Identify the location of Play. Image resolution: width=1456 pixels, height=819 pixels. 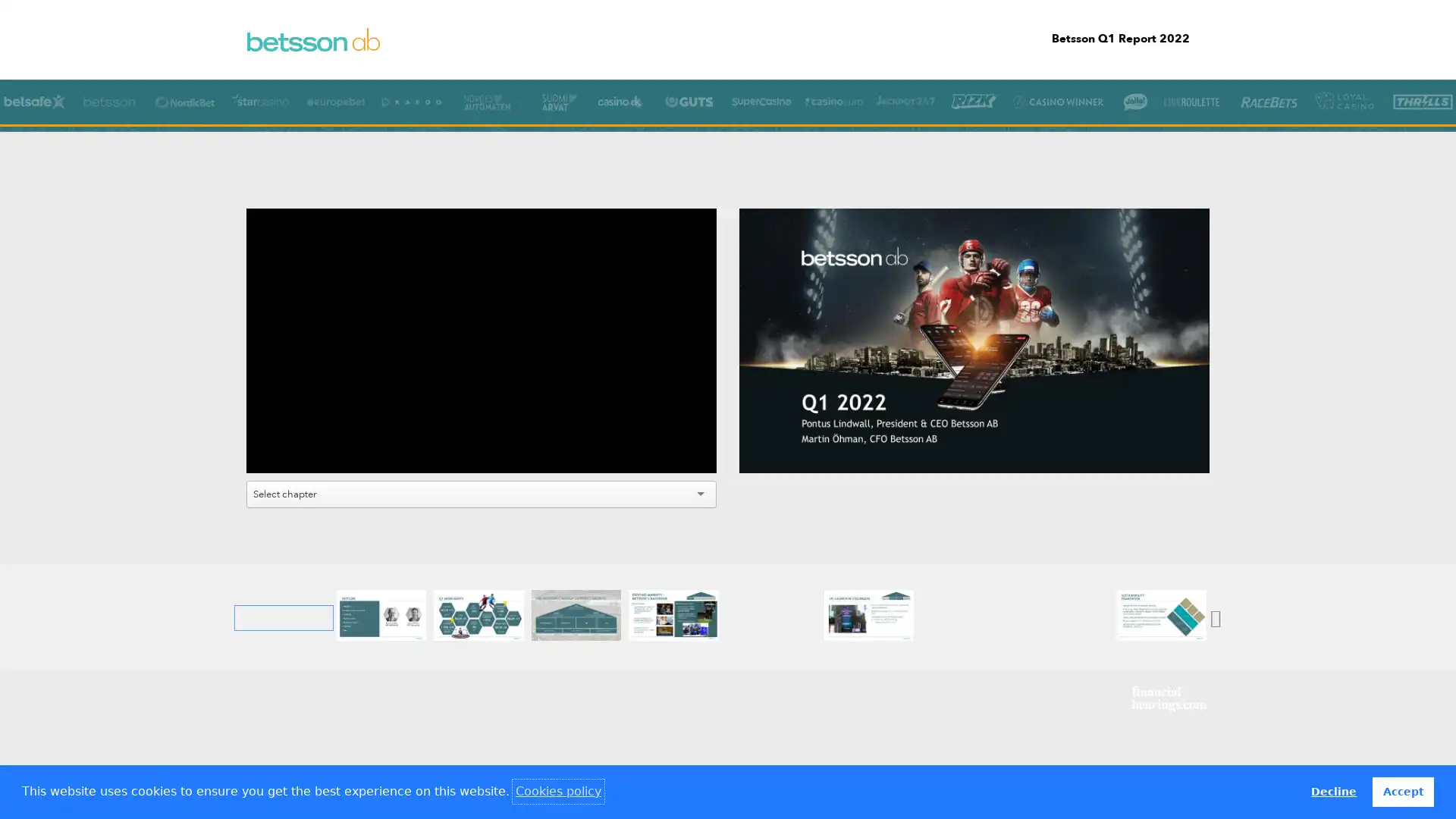
(269, 449).